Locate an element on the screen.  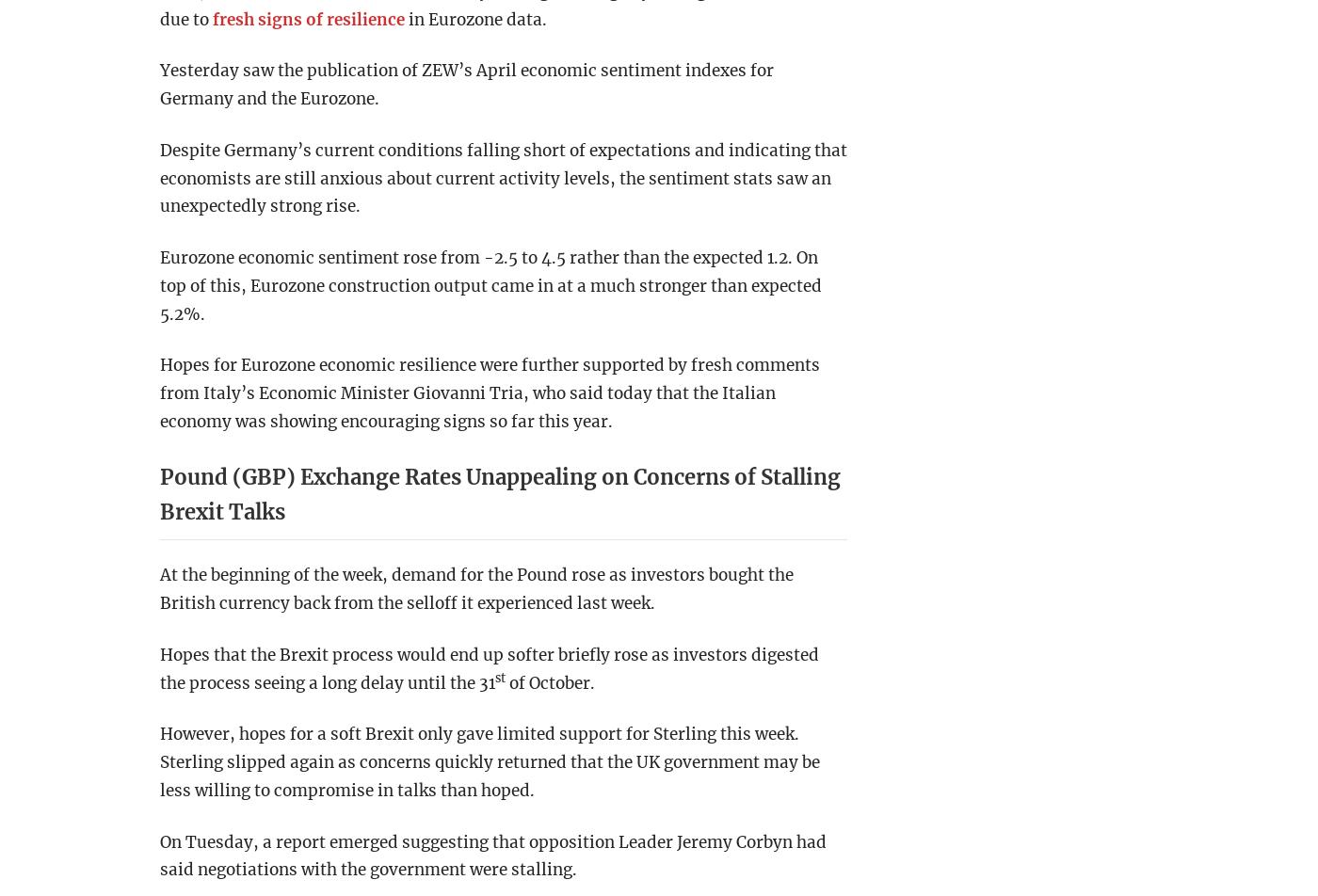
'st' is located at coordinates (500, 677).